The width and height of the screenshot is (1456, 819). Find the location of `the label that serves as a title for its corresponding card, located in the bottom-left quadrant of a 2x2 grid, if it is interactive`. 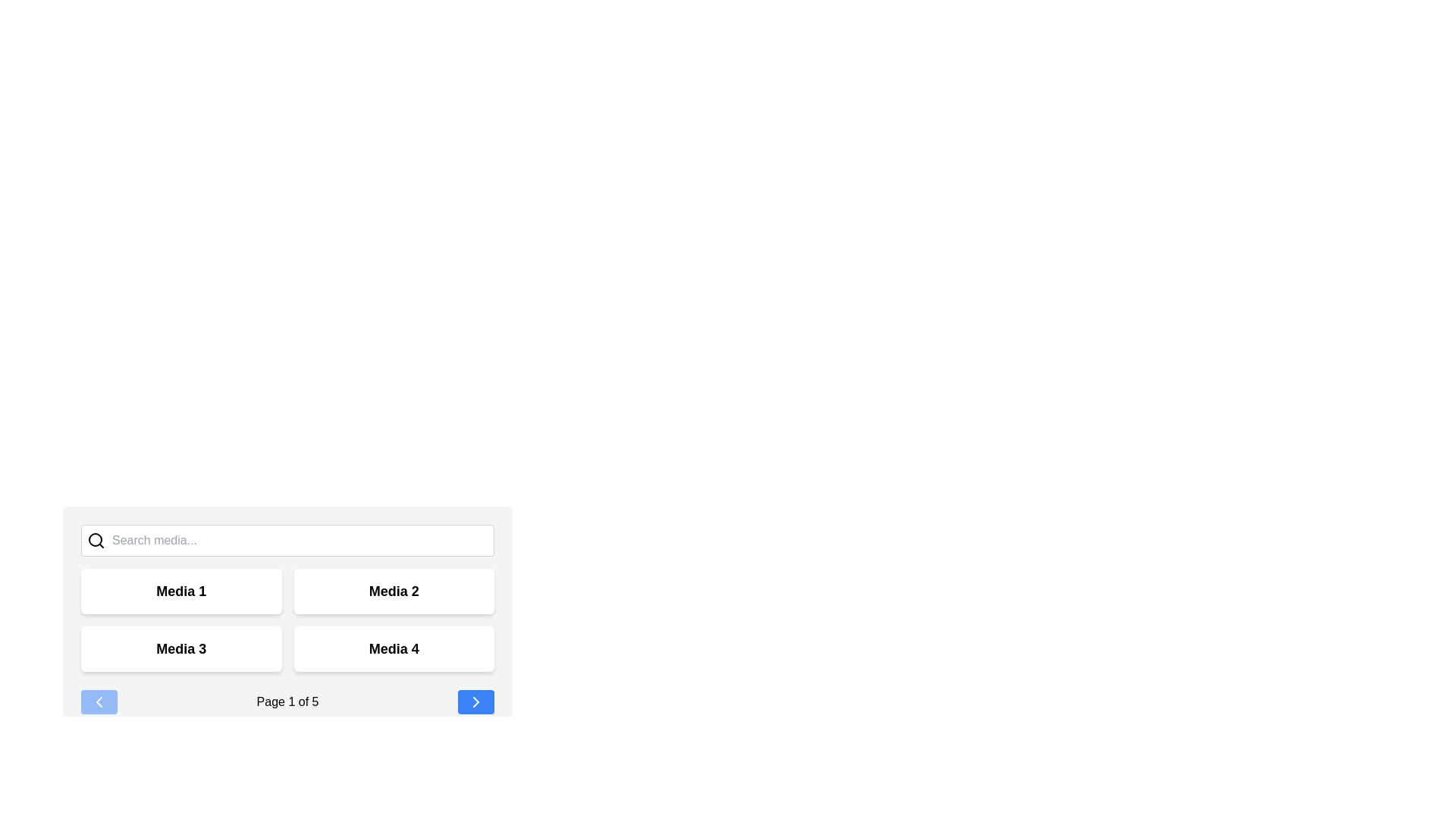

the label that serves as a title for its corresponding card, located in the bottom-left quadrant of a 2x2 grid, if it is interactive is located at coordinates (181, 648).